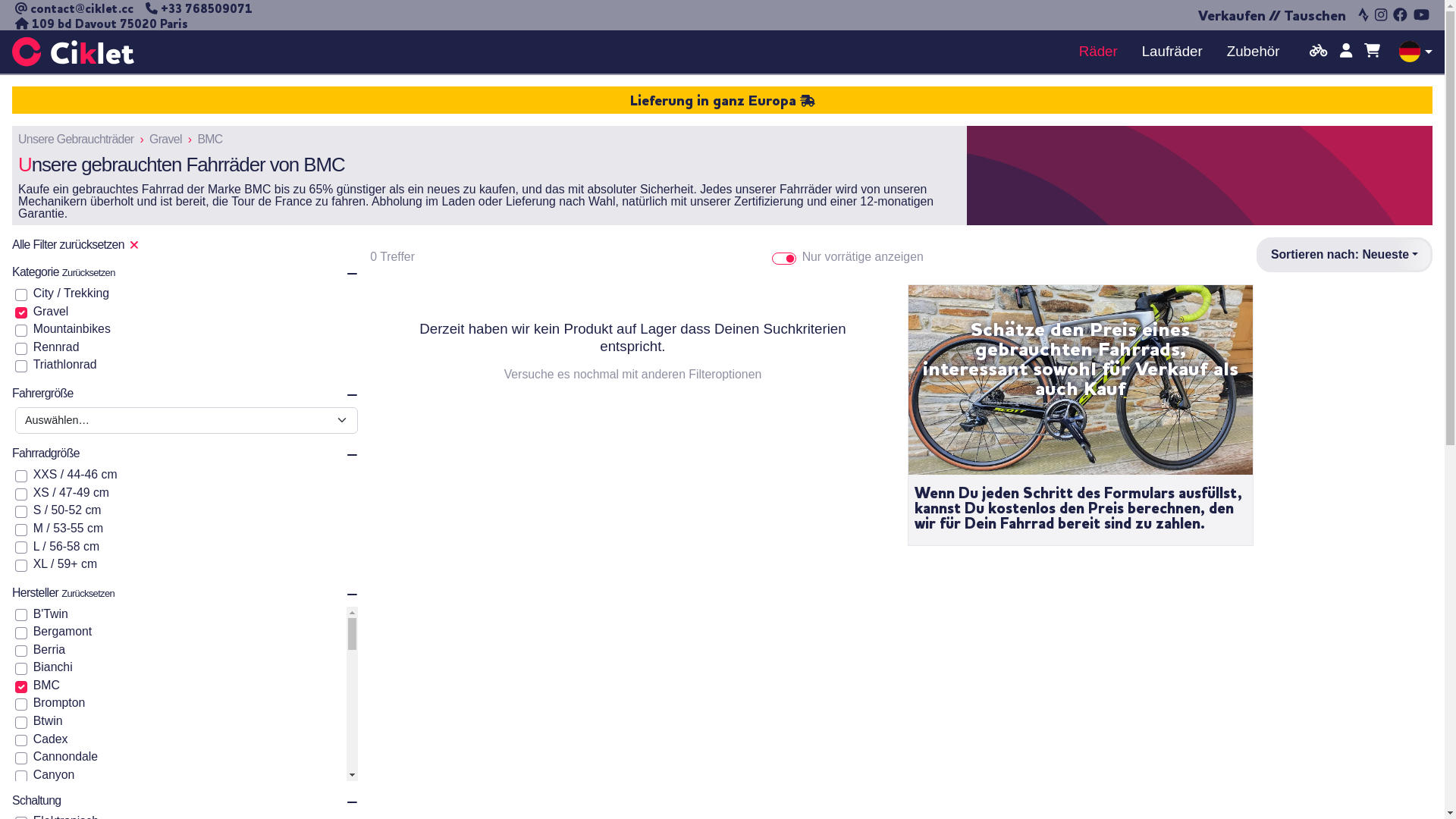 This screenshot has width=1456, height=819. What do you see at coordinates (101, 25) in the screenshot?
I see `'109 bd Davout 75020 Paris'` at bounding box center [101, 25].